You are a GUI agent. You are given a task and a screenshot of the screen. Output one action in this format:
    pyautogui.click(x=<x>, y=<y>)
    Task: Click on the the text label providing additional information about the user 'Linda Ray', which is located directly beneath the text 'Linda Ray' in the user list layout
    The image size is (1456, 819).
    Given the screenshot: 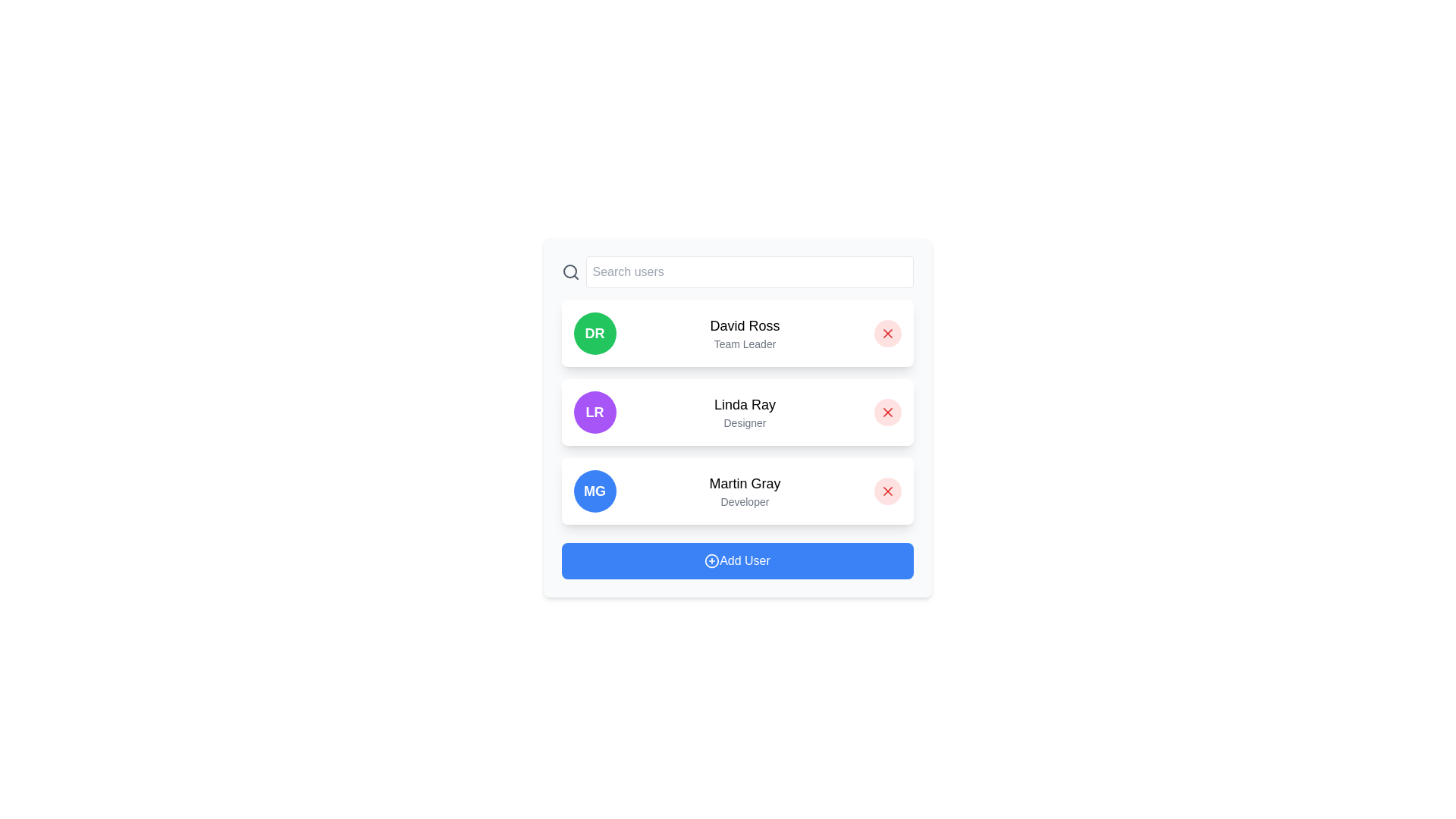 What is the action you would take?
    pyautogui.click(x=745, y=423)
    